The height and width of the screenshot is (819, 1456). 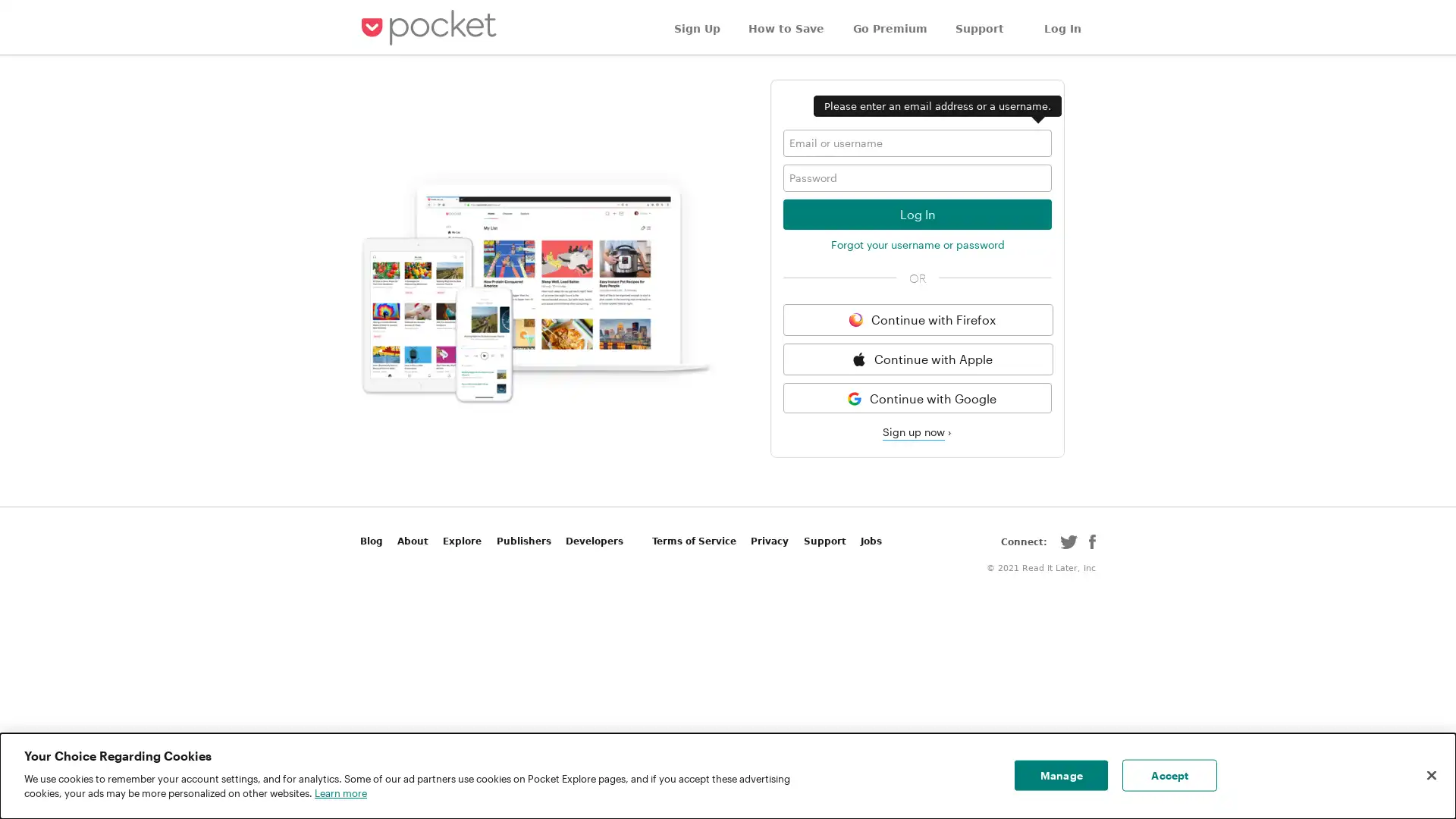 I want to click on Sign in with Apple, so click(x=917, y=359).